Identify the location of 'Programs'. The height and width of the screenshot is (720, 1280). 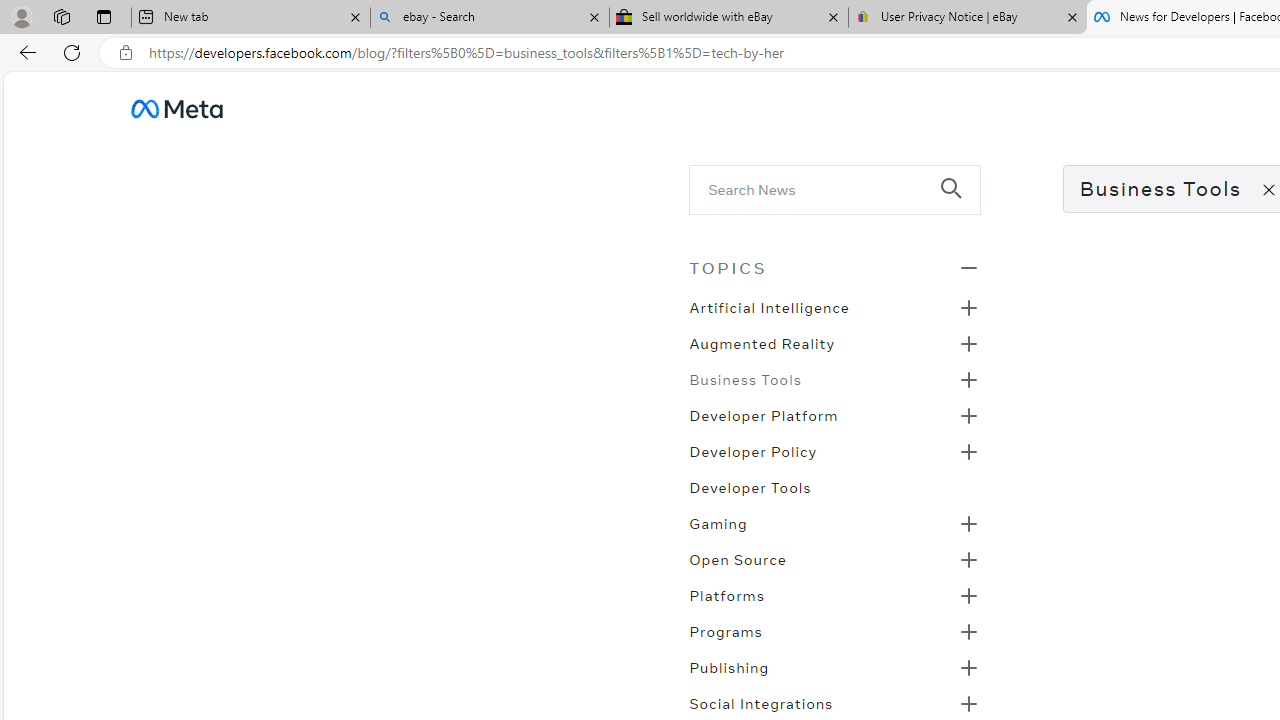
(724, 630).